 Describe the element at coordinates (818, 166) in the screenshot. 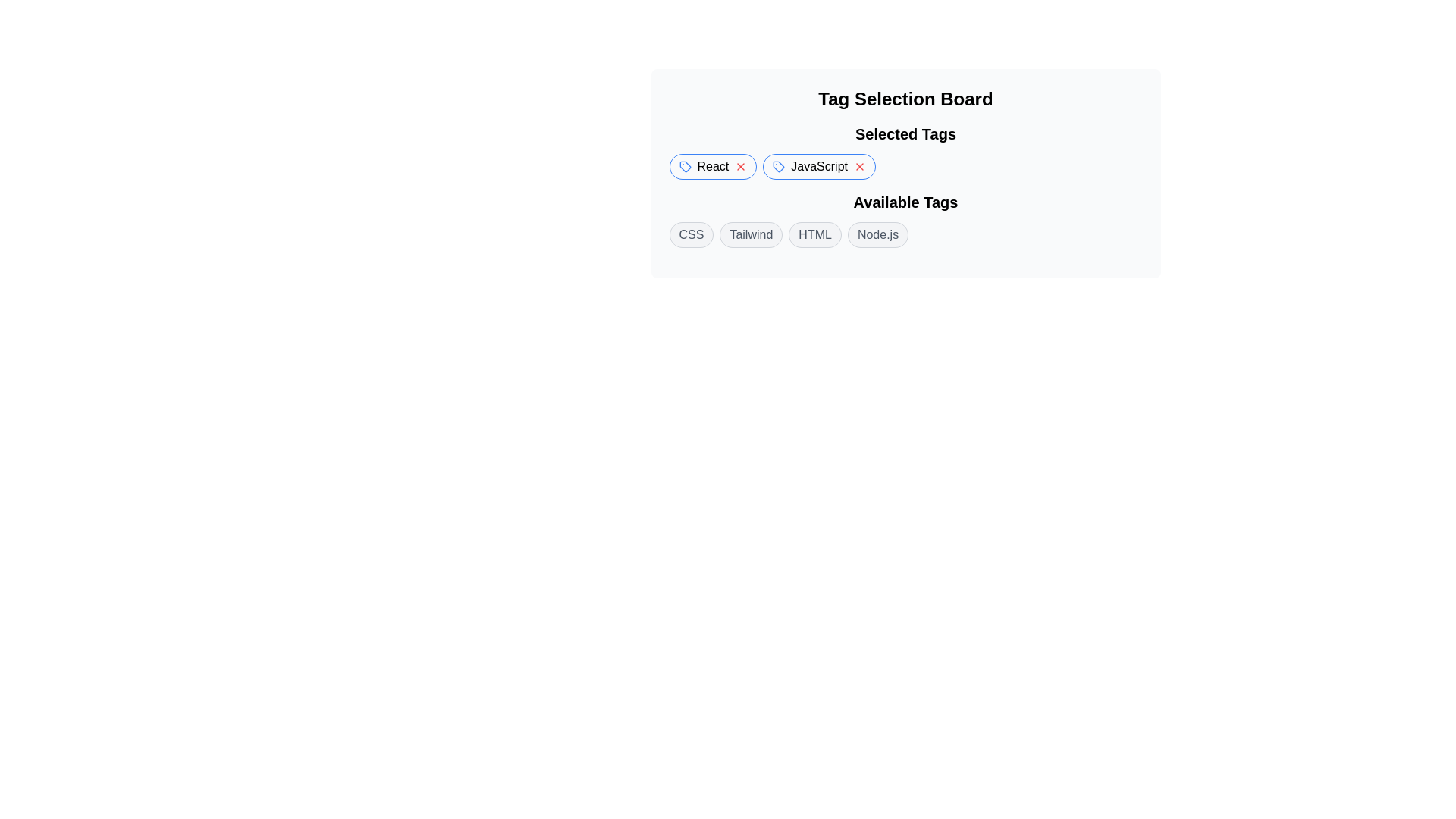

I see `the 'JavaScript' label which is the second tag in the selected tags section, displayed in a standard sans-serif font with a light blue border` at that location.